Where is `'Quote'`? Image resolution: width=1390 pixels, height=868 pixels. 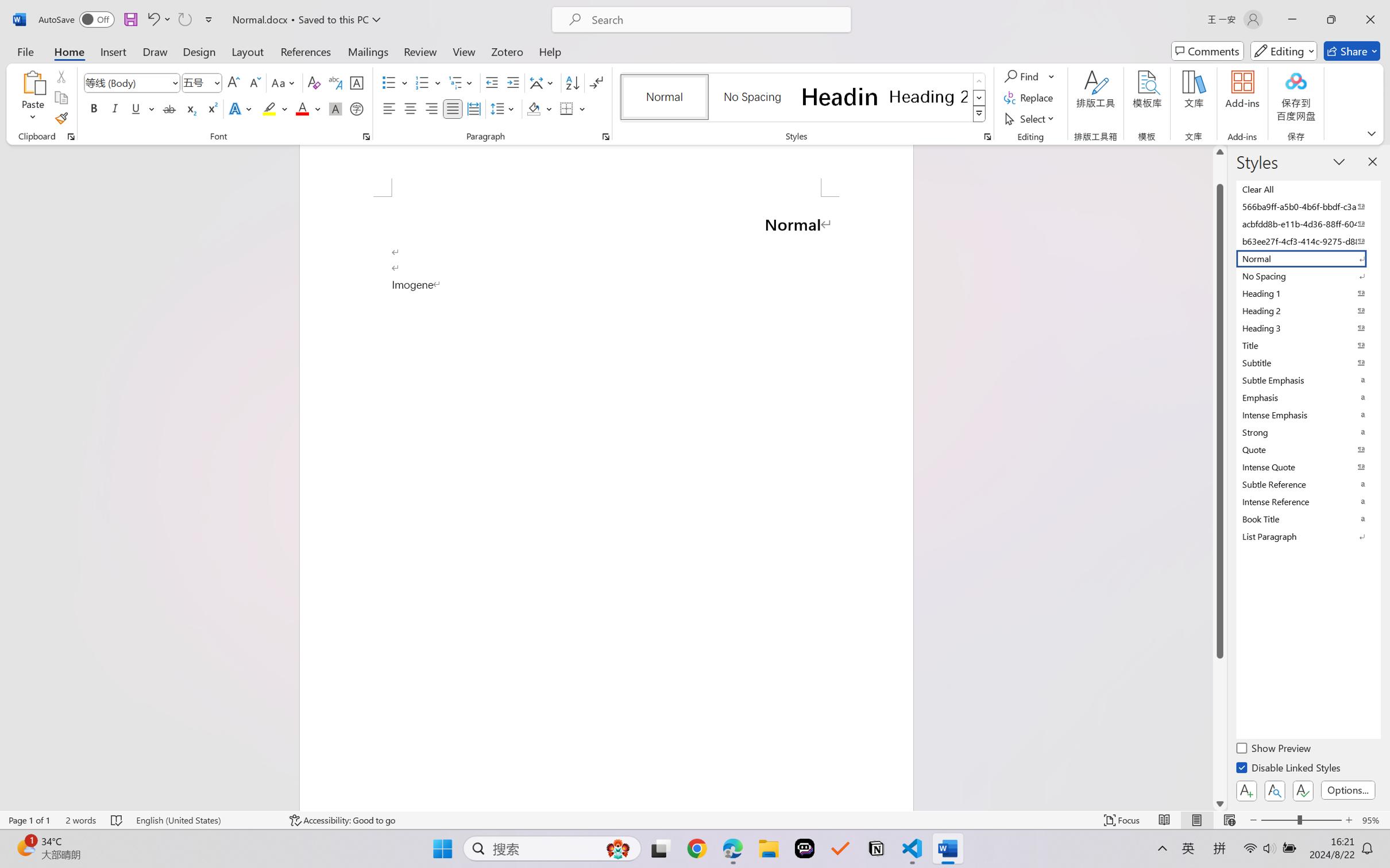
'Quote' is located at coordinates (1307, 449).